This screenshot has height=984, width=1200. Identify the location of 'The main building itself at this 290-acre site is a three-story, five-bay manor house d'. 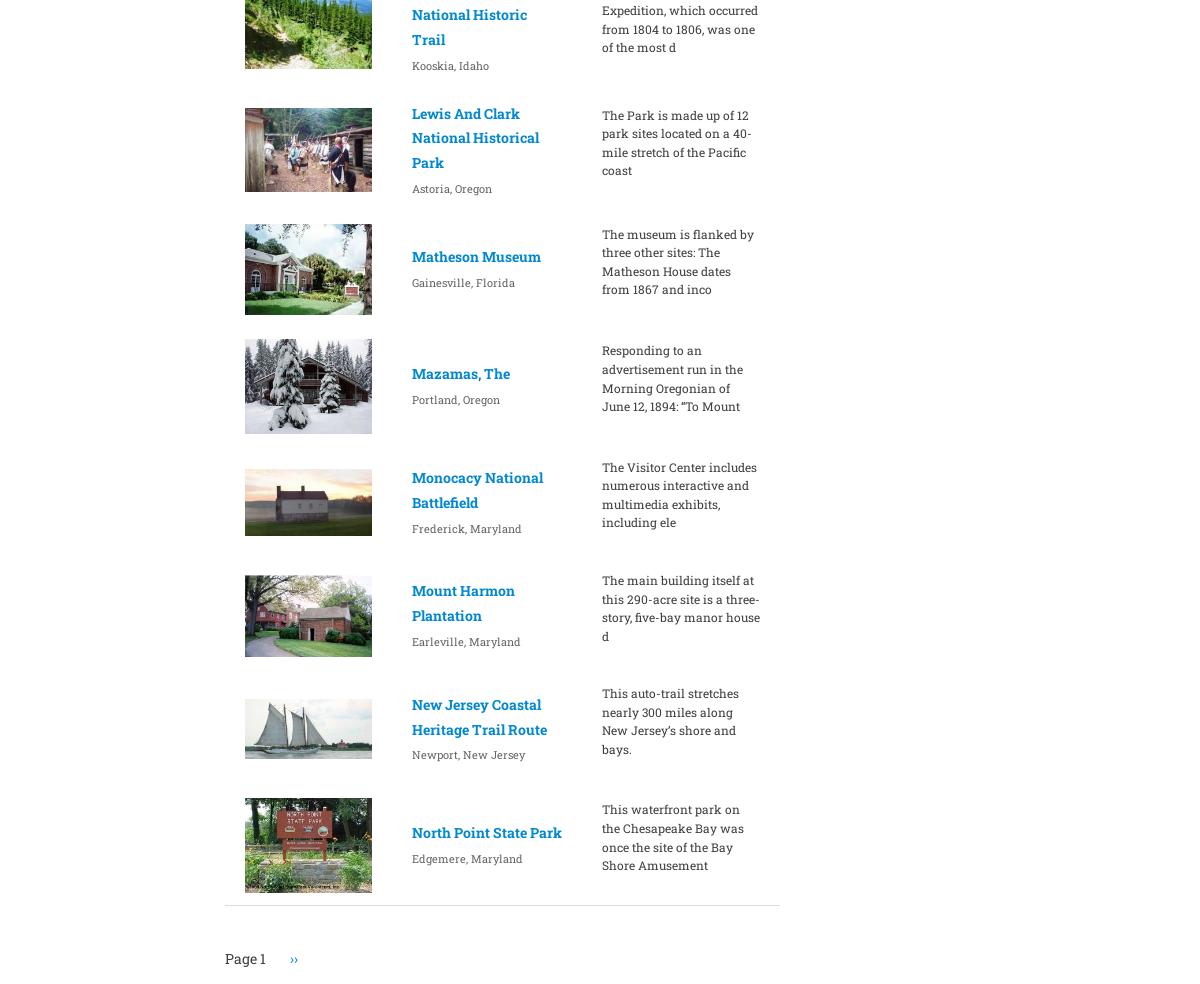
(680, 606).